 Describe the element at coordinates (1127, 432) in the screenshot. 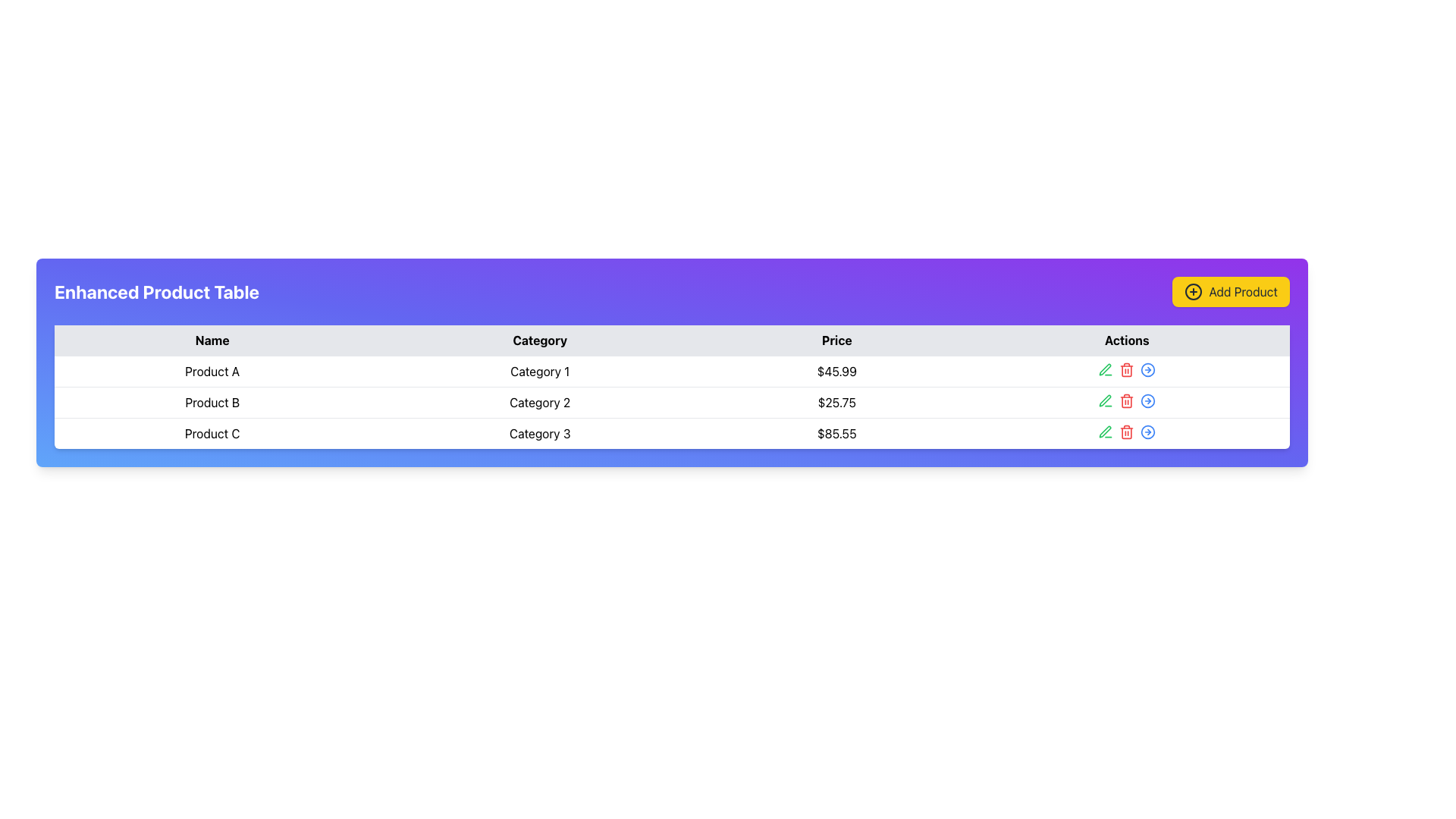

I see `the delete button styled as an icon located in the 'Actions' column of the table for 'Product C'` at that location.